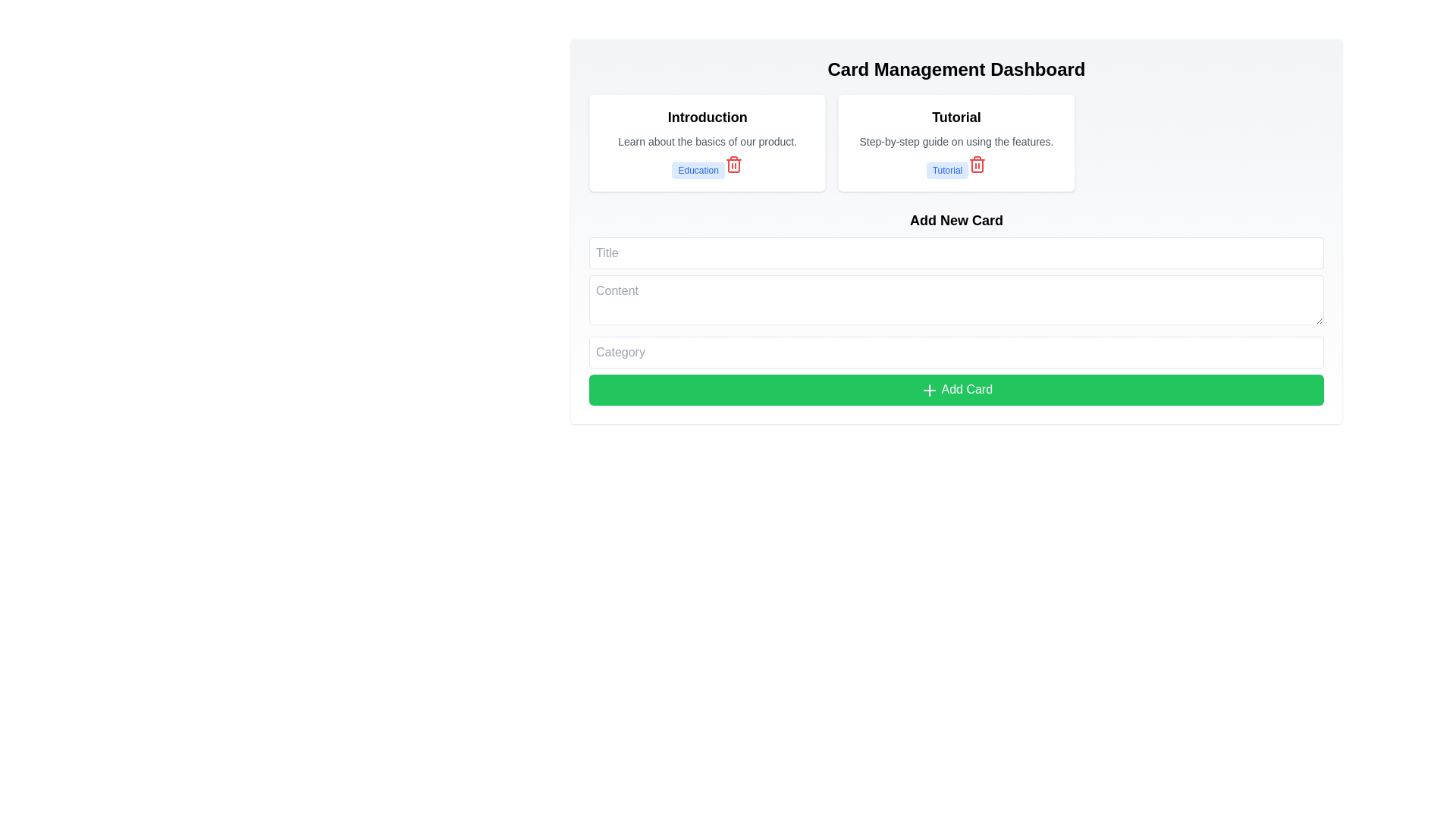 This screenshot has width=1456, height=819. I want to click on the red trash can icon button located in the bottom-right area of the 'Introduction' box, so click(733, 164).